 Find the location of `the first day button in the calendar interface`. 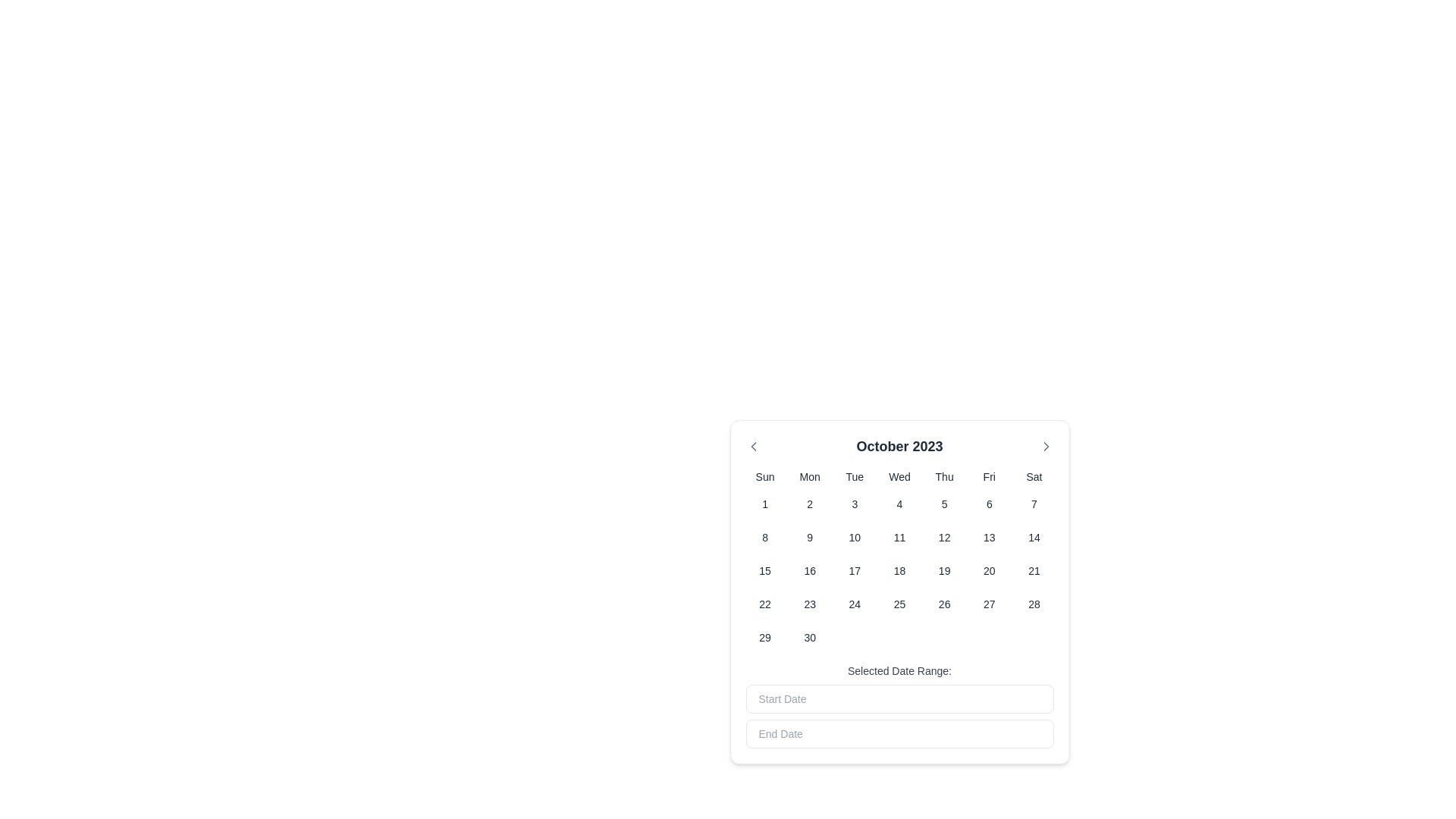

the first day button in the calendar interface is located at coordinates (765, 504).